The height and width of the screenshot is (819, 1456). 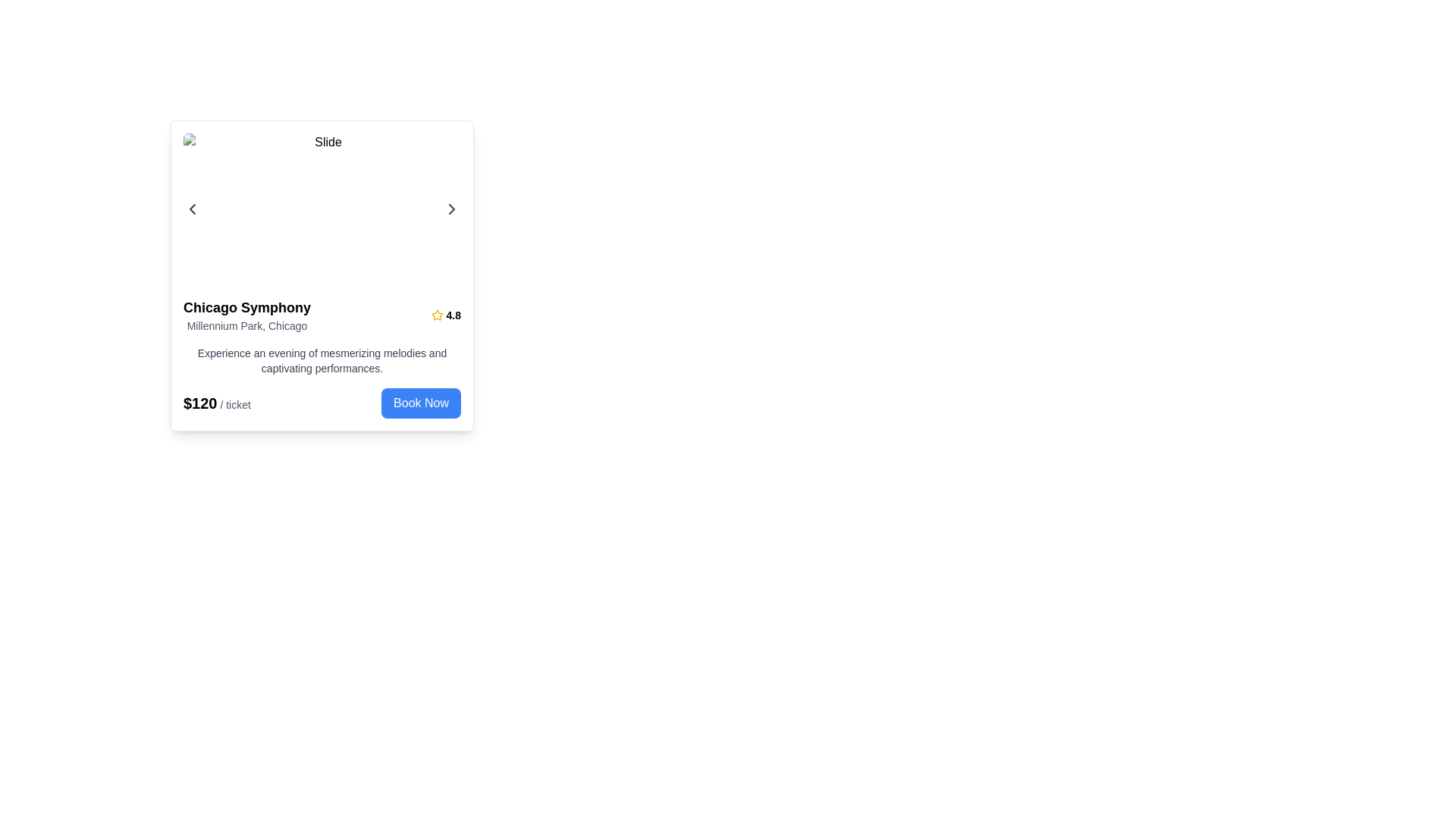 I want to click on the star icon representing the rating indicator for the item, located to the left of the text '4.8' in the top-right region of the main card below the title 'Chicago Symphony', so click(x=436, y=315).